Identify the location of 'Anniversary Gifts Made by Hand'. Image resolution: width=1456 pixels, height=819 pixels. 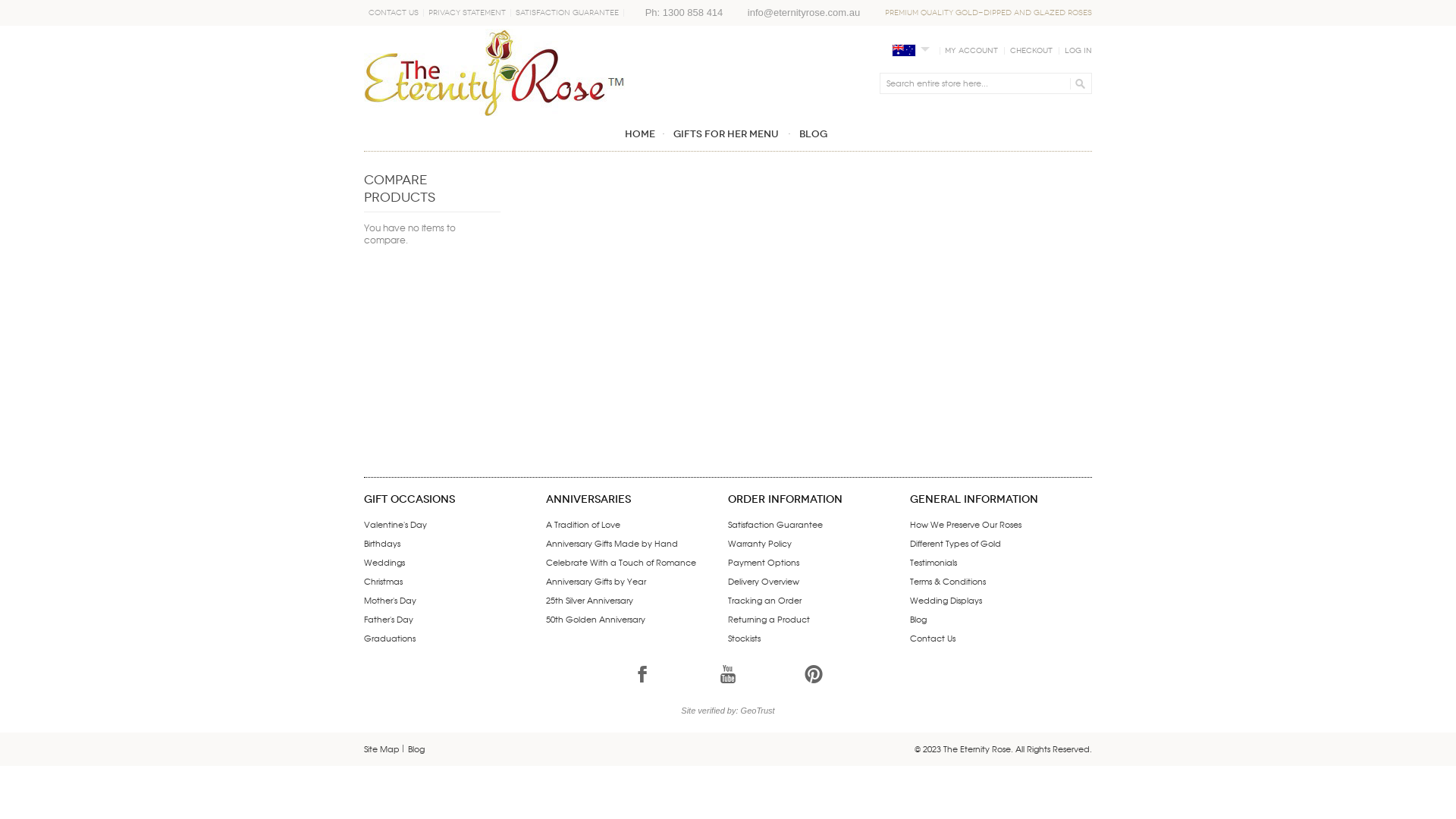
(611, 542).